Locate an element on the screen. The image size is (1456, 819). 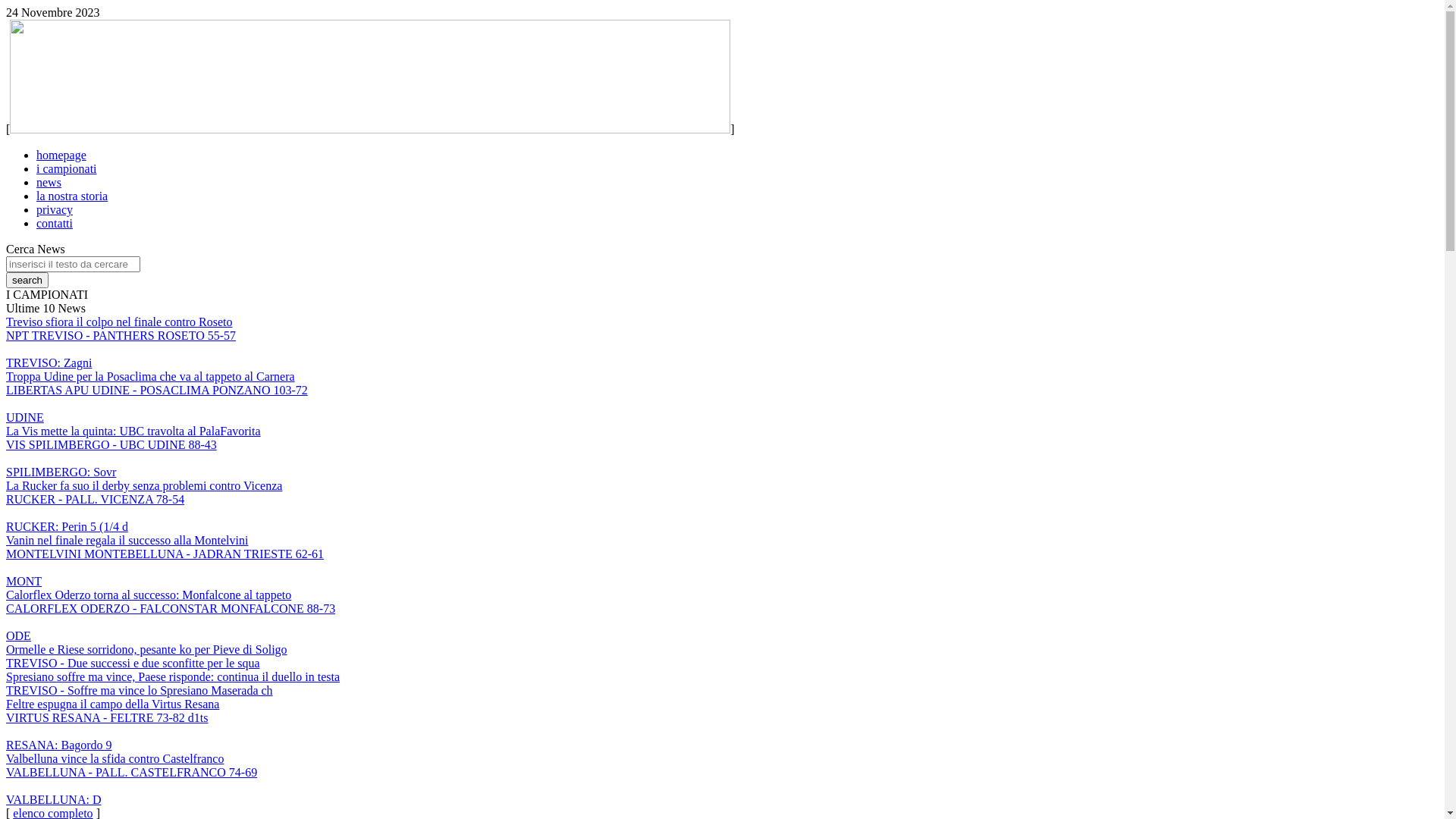
'Treviso sfiora il colpo nel finale contro Roseto' is located at coordinates (118, 321).